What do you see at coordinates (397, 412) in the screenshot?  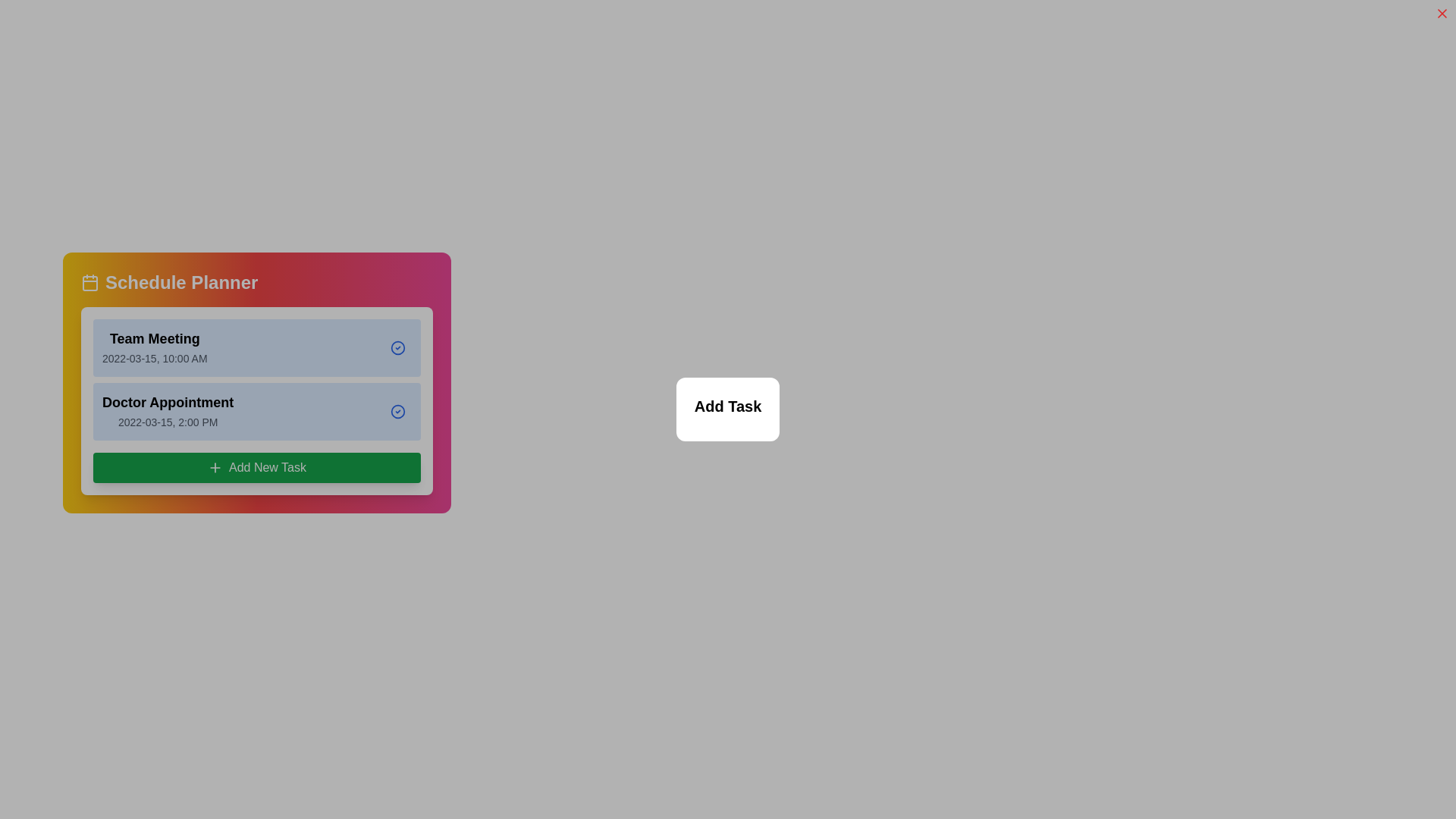 I see `the circular graphical icon within the 'Doctor Appointment' task block in the 'Schedule Planner'` at bounding box center [397, 412].